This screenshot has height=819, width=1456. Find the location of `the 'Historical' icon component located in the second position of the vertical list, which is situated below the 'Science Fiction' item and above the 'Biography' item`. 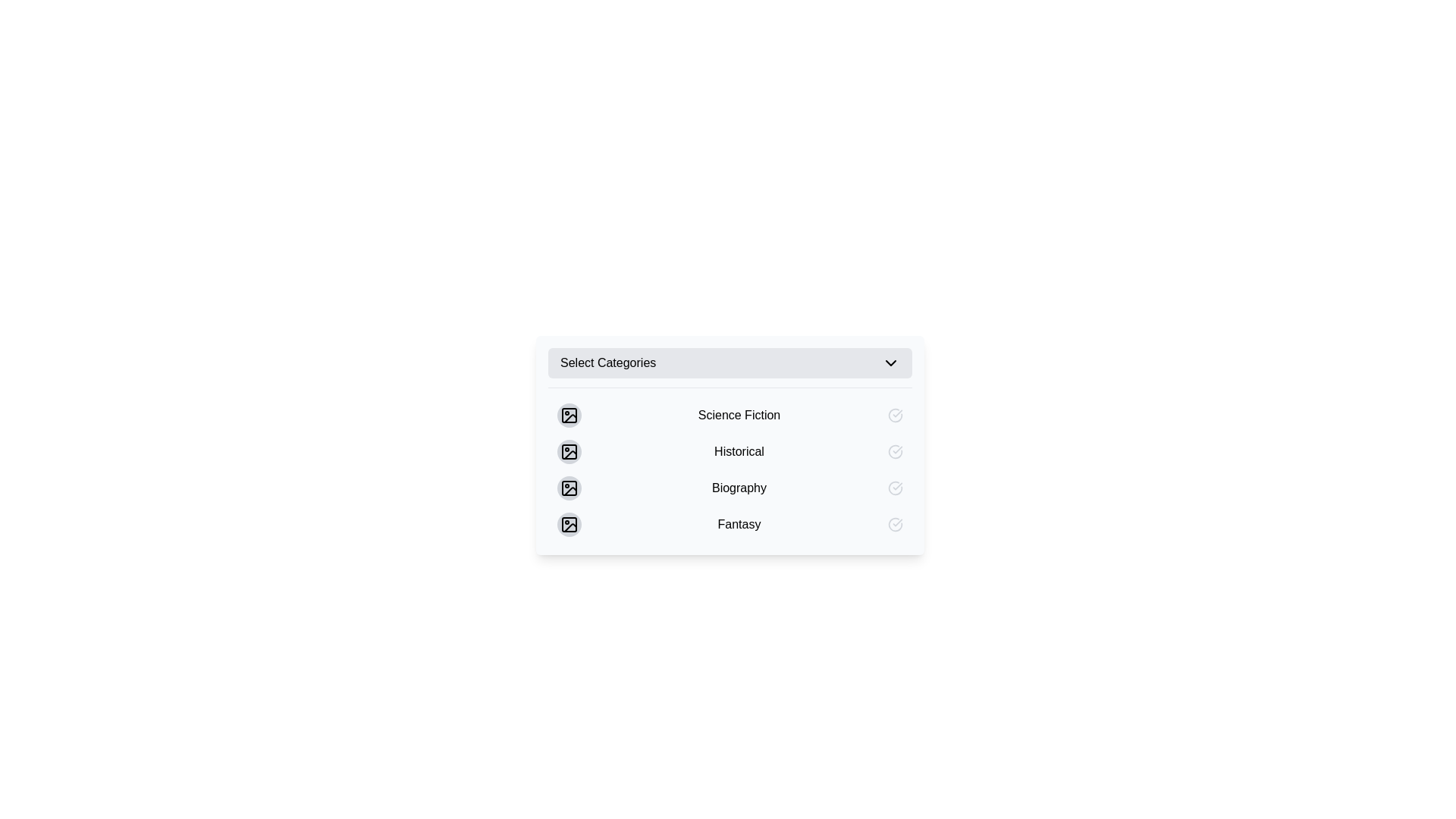

the 'Historical' icon component located in the second position of the vertical list, which is situated below the 'Science Fiction' item and above the 'Biography' item is located at coordinates (568, 451).